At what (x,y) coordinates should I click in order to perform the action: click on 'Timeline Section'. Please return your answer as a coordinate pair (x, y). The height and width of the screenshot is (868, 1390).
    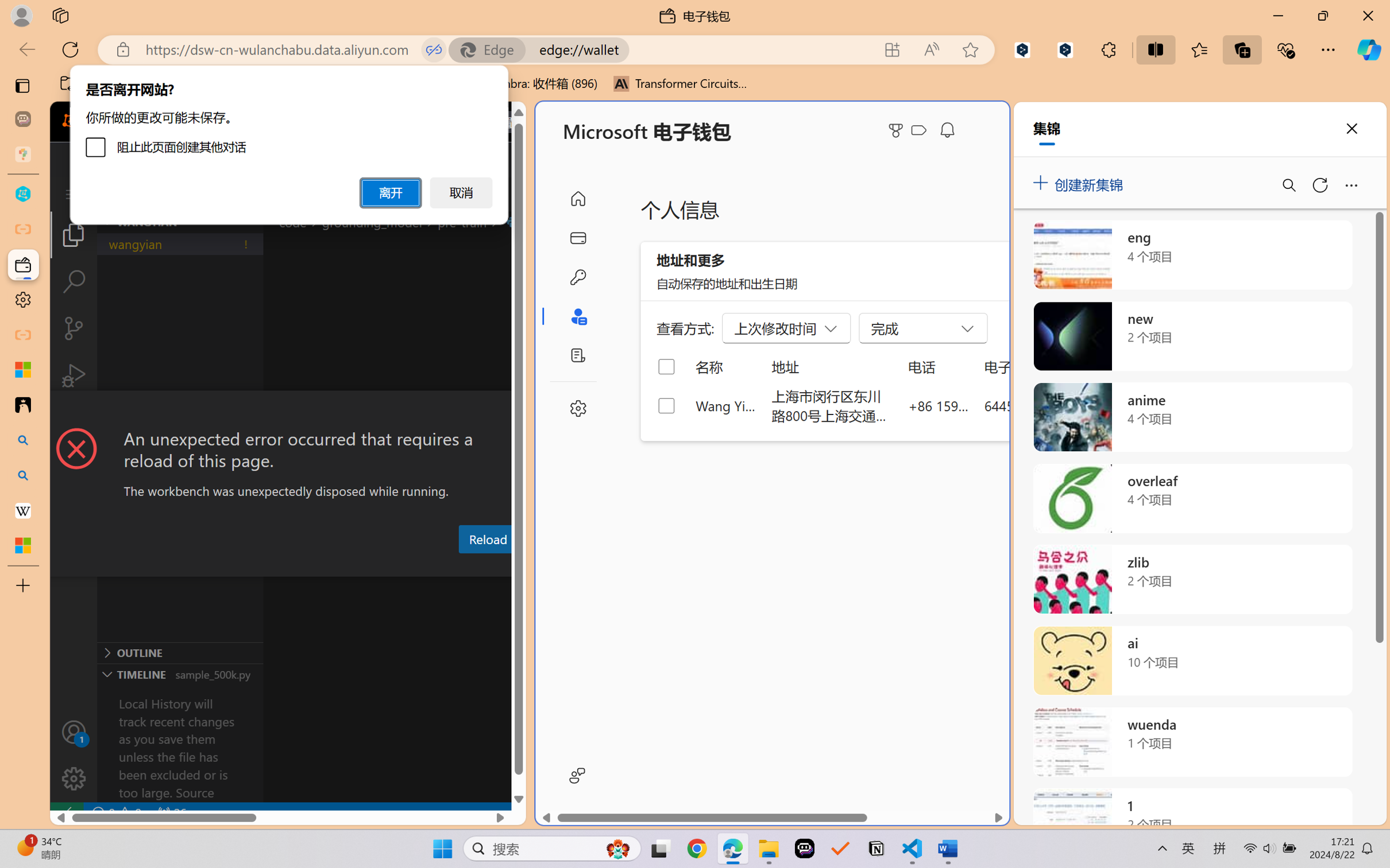
    Looking at the image, I should click on (180, 674).